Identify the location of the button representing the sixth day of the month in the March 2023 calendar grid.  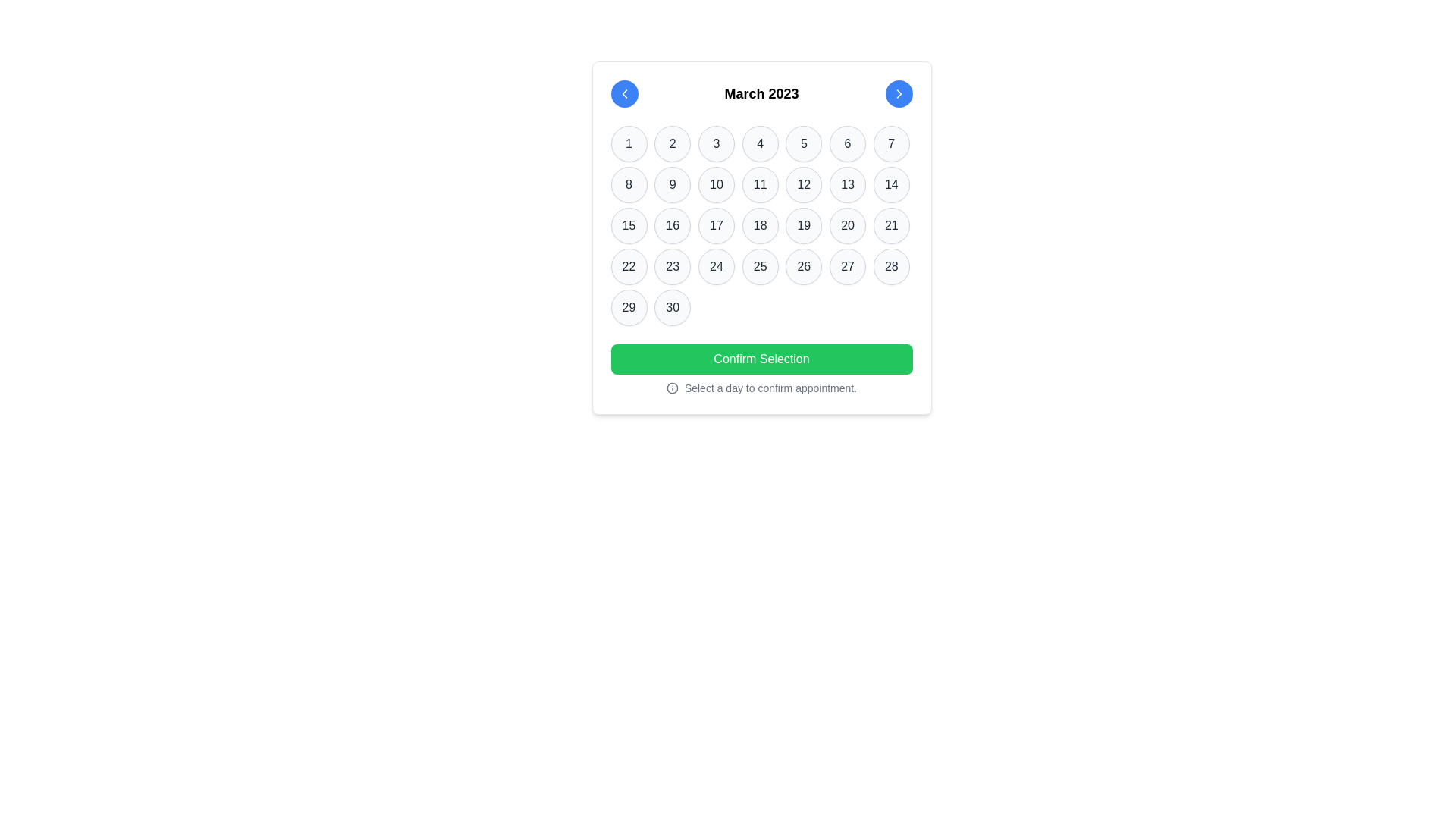
(847, 143).